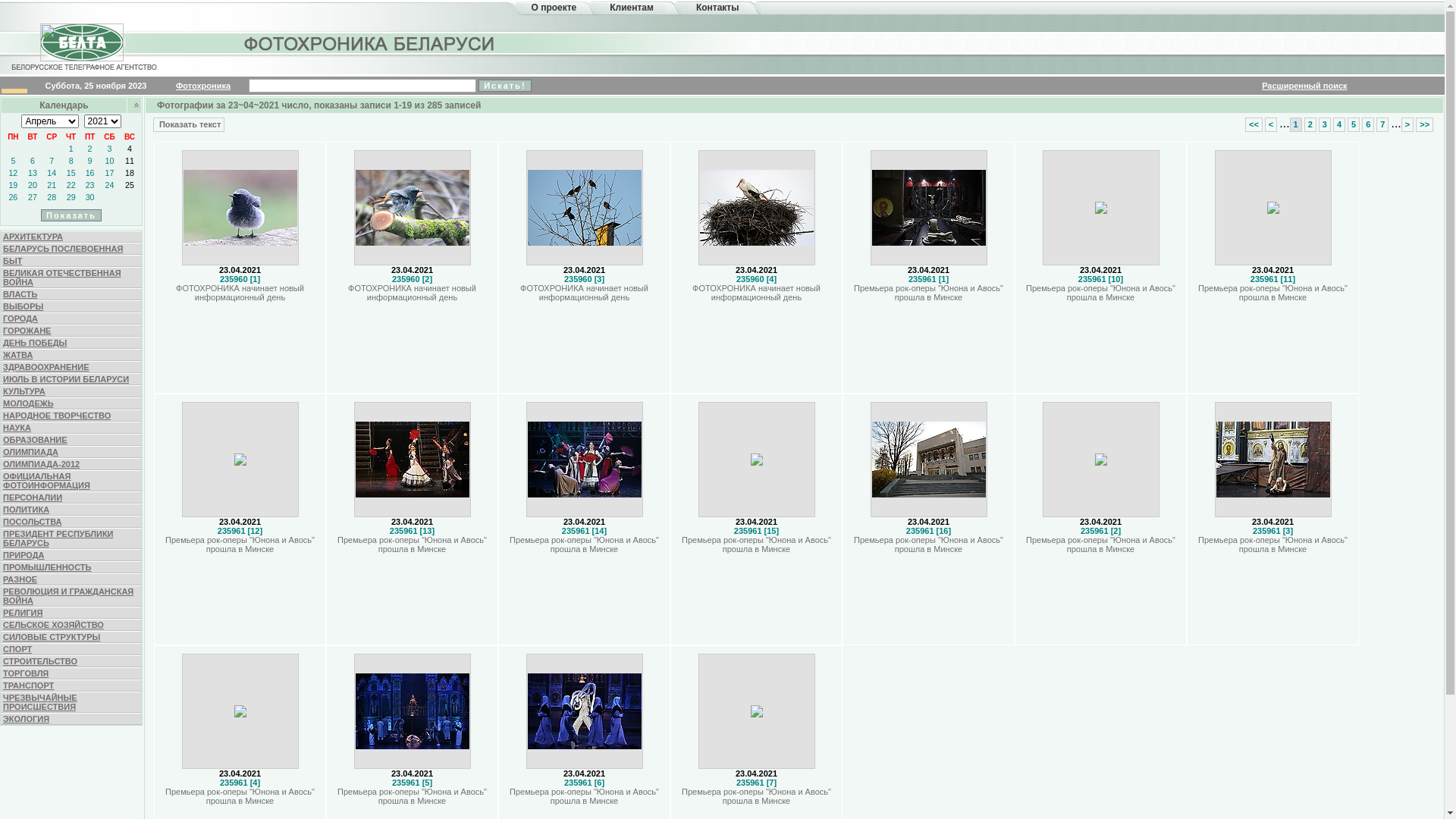 The image size is (1456, 819). What do you see at coordinates (71, 171) in the screenshot?
I see `'15'` at bounding box center [71, 171].